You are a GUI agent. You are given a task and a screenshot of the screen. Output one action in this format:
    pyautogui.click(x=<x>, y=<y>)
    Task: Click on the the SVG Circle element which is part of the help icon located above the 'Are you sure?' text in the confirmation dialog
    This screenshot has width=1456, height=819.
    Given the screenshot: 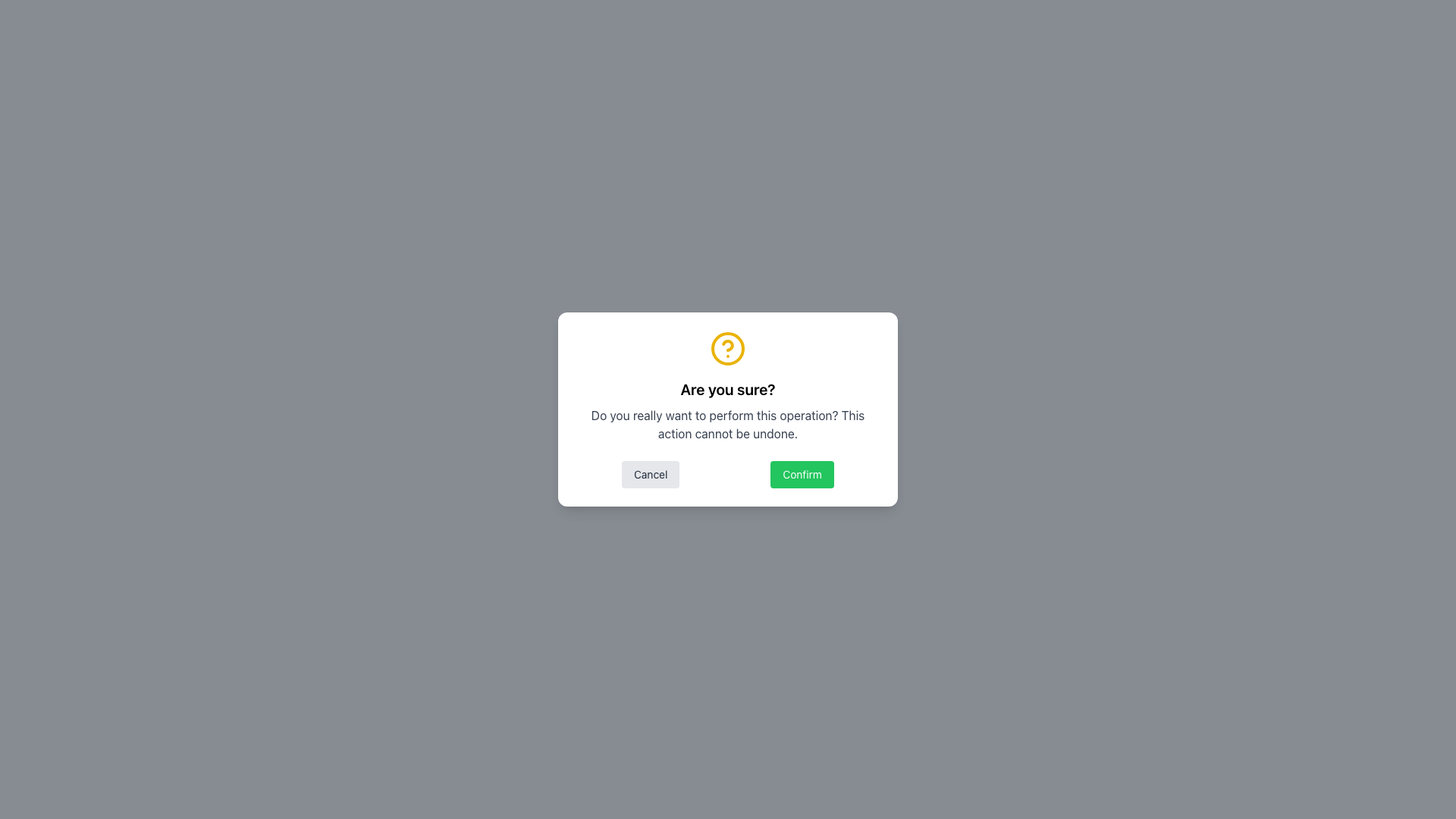 What is the action you would take?
    pyautogui.click(x=728, y=348)
    